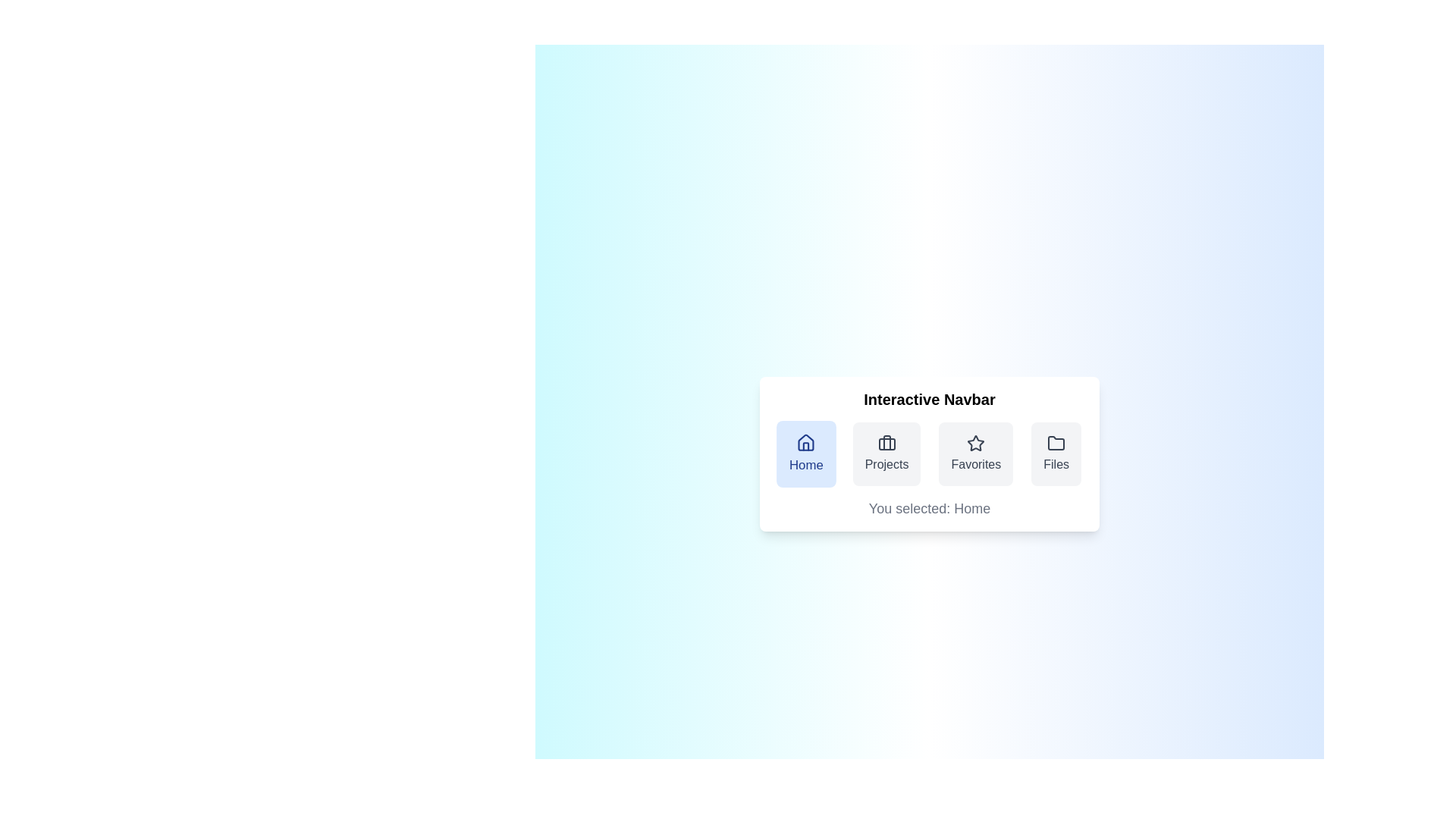  What do you see at coordinates (886, 453) in the screenshot?
I see `the navigation item Projects in the navbar` at bounding box center [886, 453].